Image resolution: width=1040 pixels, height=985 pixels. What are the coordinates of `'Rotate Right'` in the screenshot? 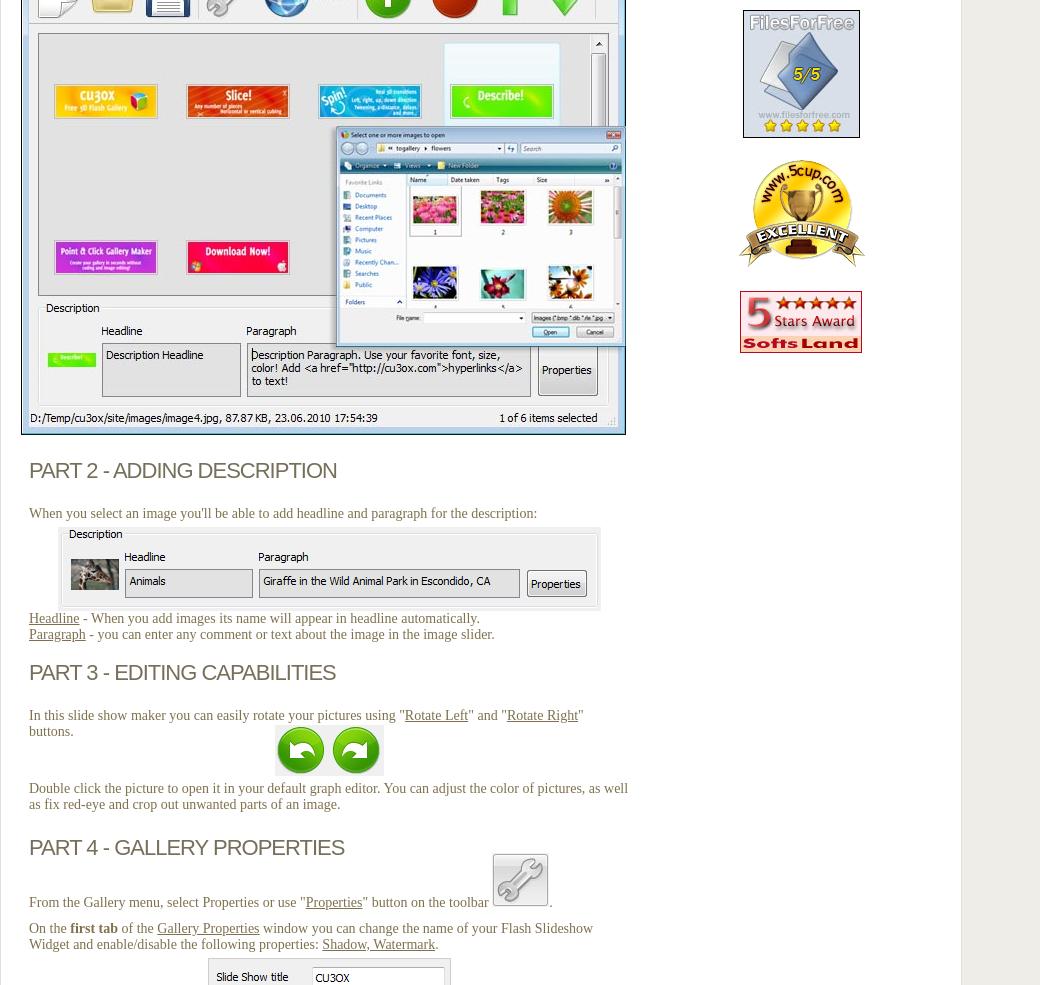 It's located at (541, 715).